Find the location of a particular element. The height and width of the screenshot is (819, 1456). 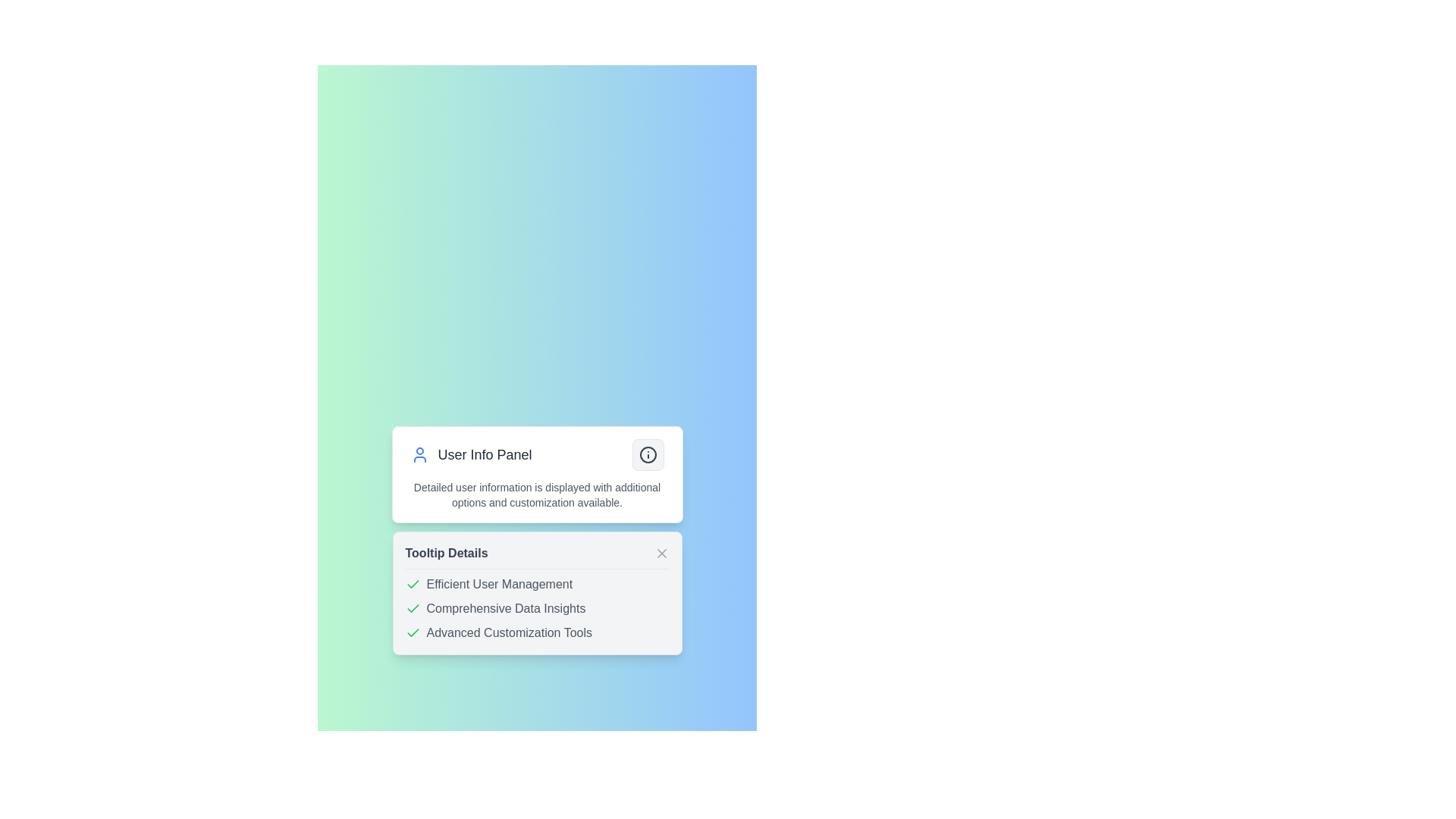

the SVG circle element representing visual information in the top-right corner of the 'User Info Panel' card is located at coordinates (648, 454).